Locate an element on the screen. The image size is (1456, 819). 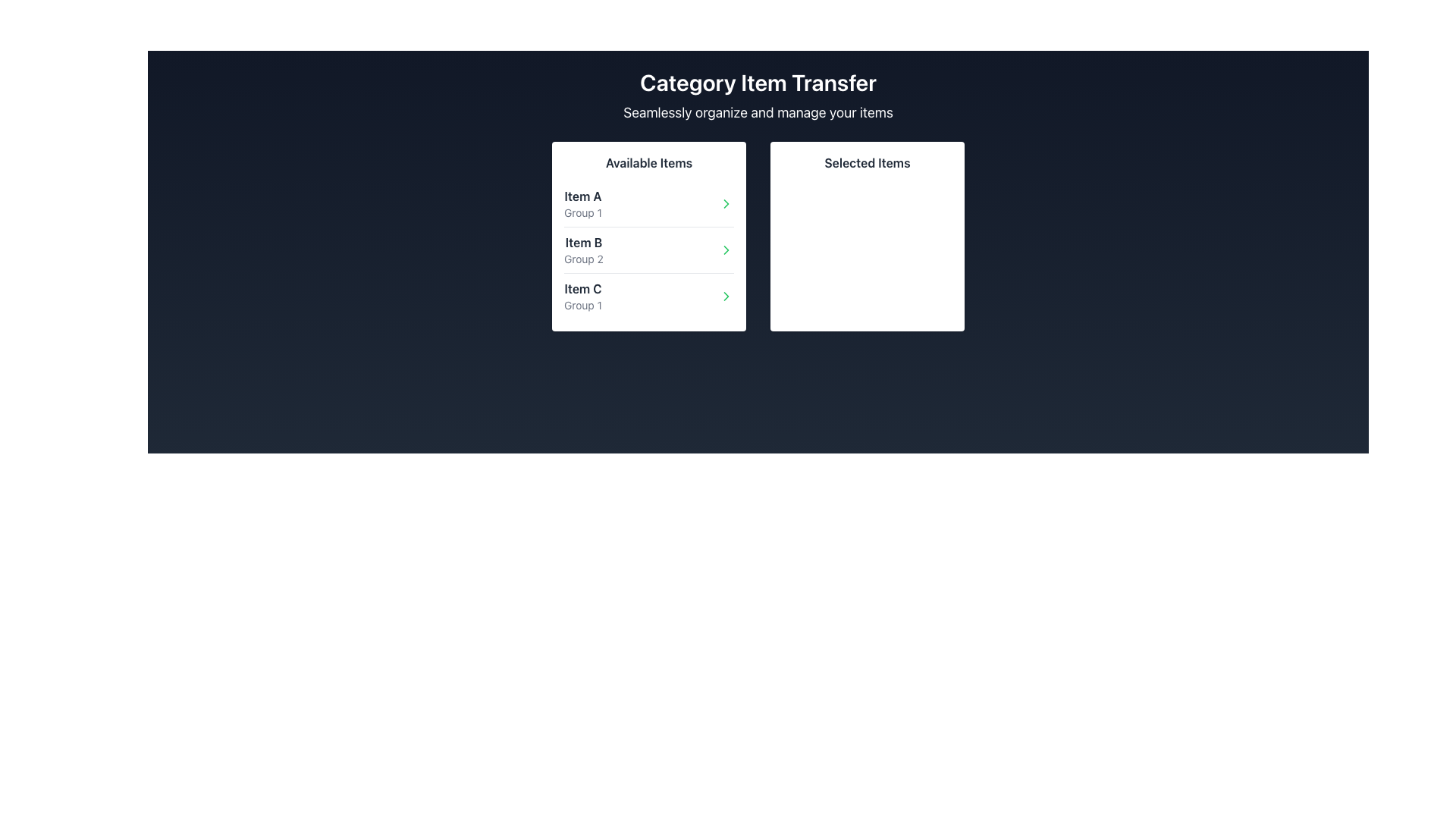
the first list item 'Item A' in the 'Available Items' section for interaction is located at coordinates (582, 203).